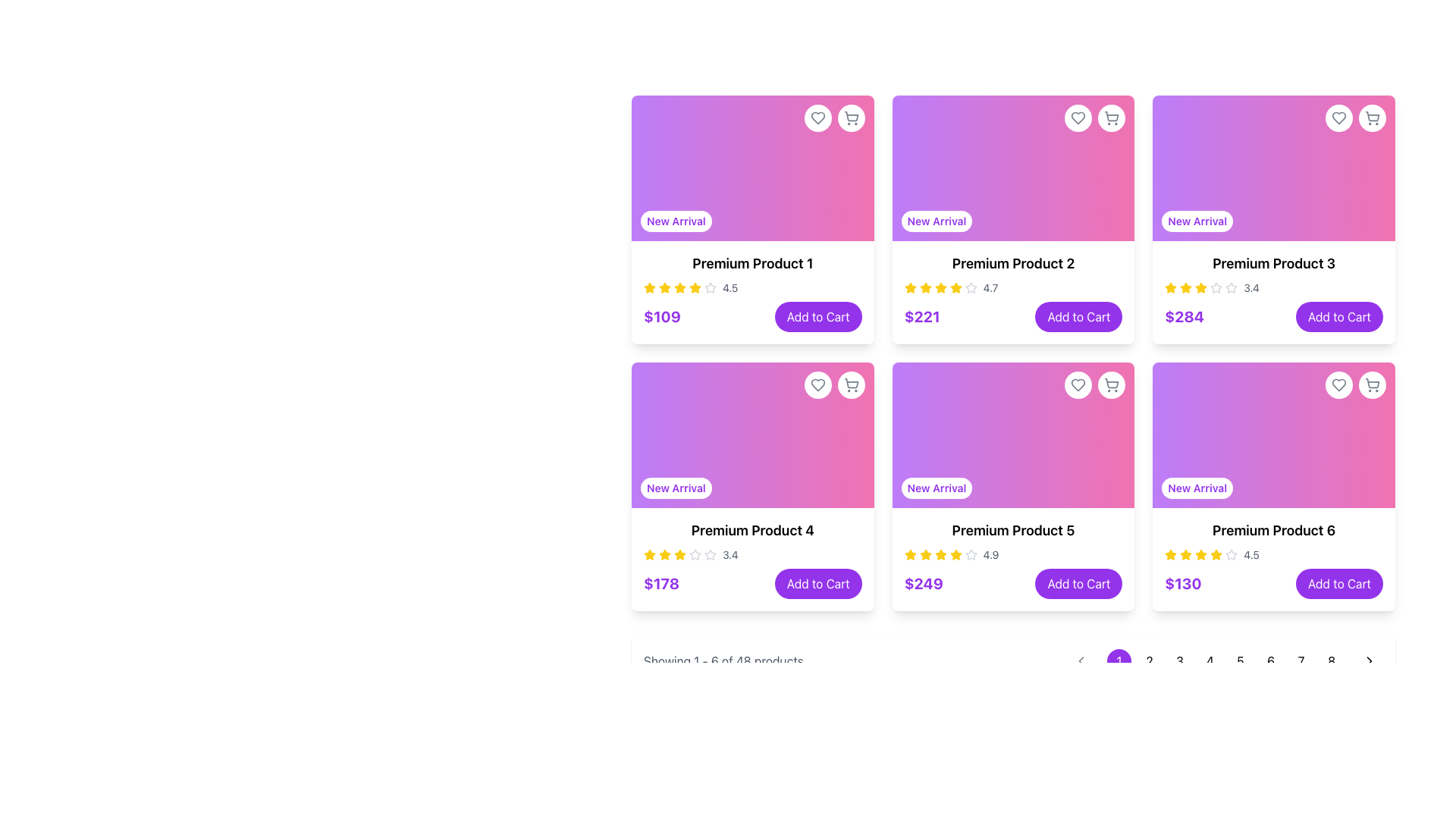 This screenshot has height=819, width=1456. What do you see at coordinates (752, 555) in the screenshot?
I see `the rating value displayed in the Rating Component located below the product title 'Premium Product 4' within its product card` at bounding box center [752, 555].